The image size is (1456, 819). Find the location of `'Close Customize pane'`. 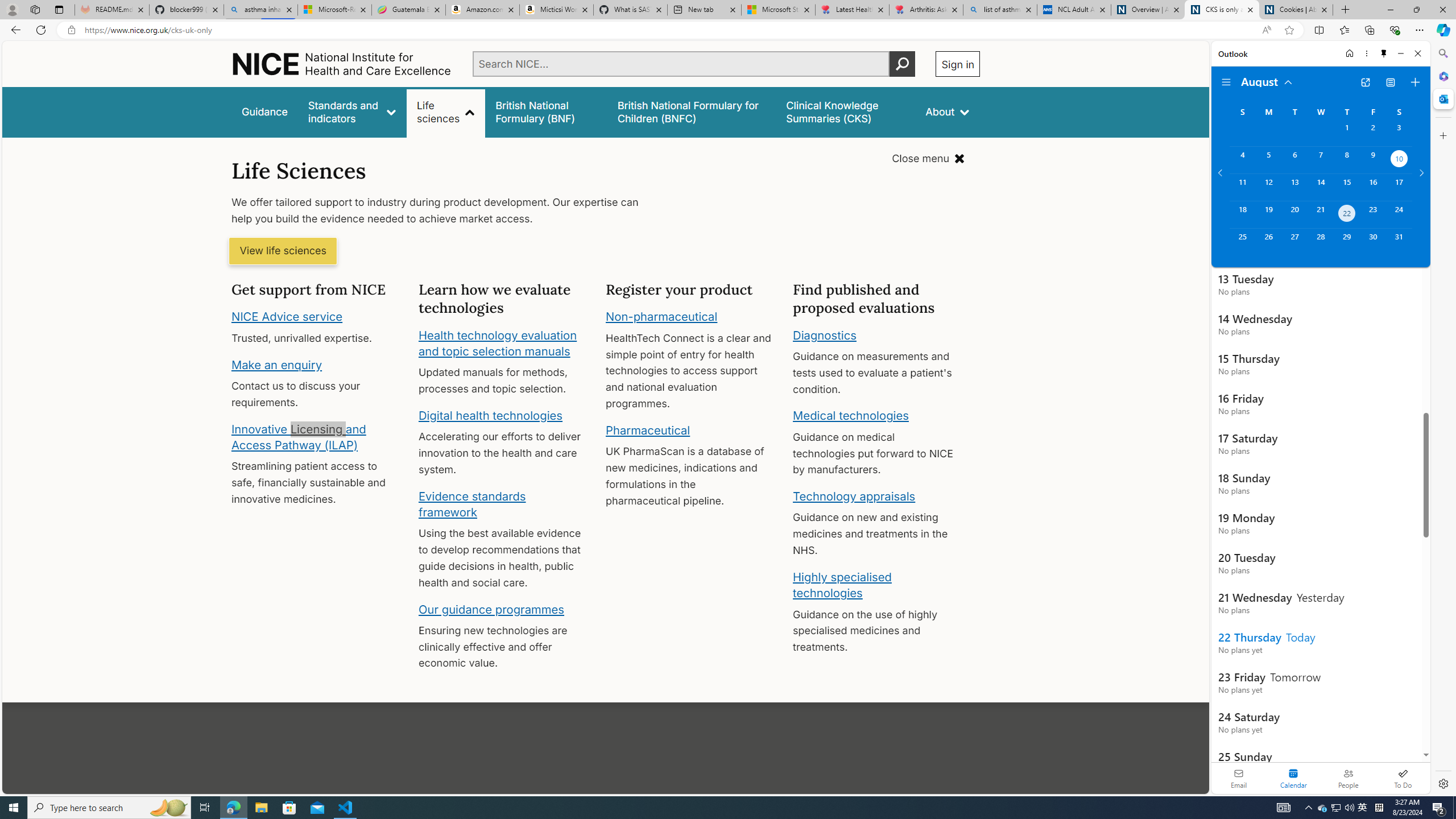

'Close Customize pane' is located at coordinates (1442, 135).